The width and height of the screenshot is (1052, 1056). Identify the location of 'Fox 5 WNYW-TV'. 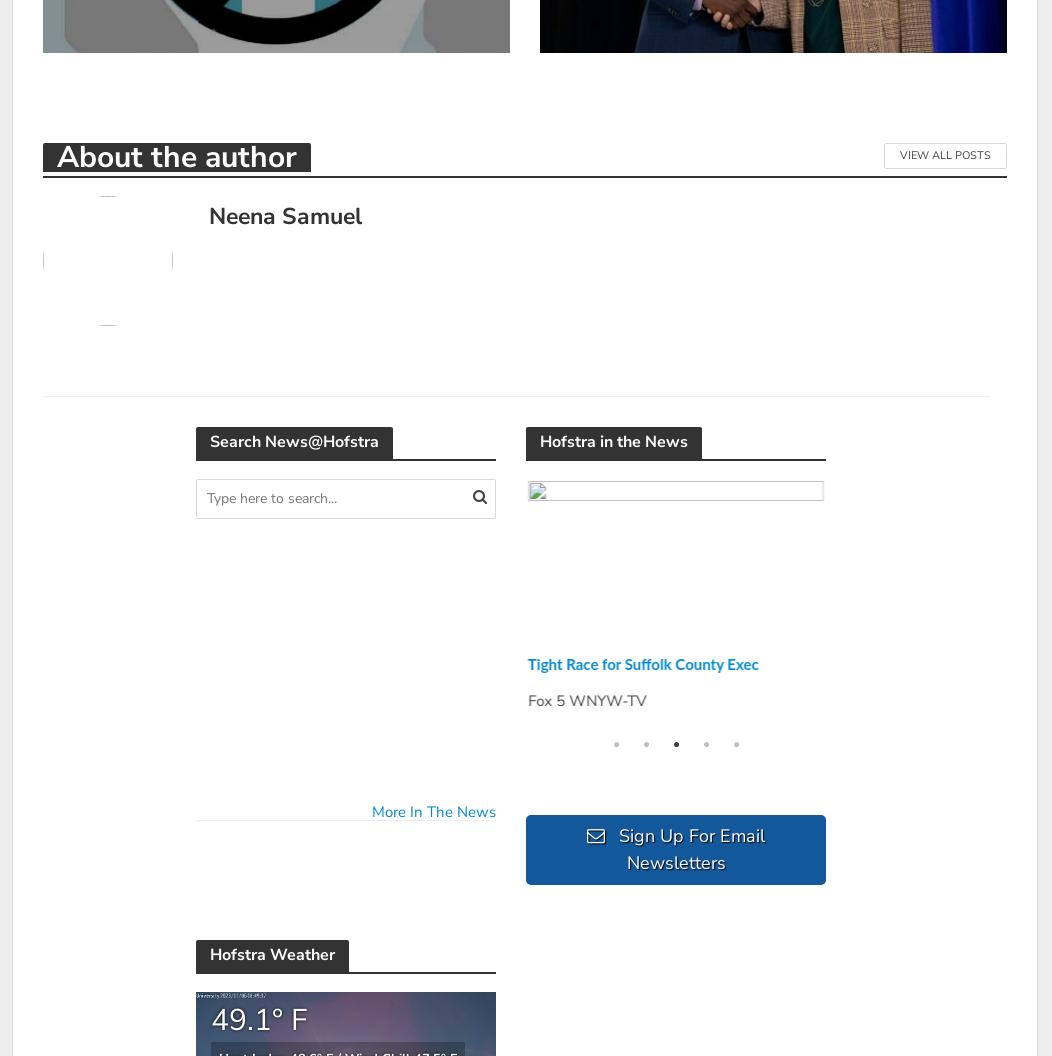
(586, 700).